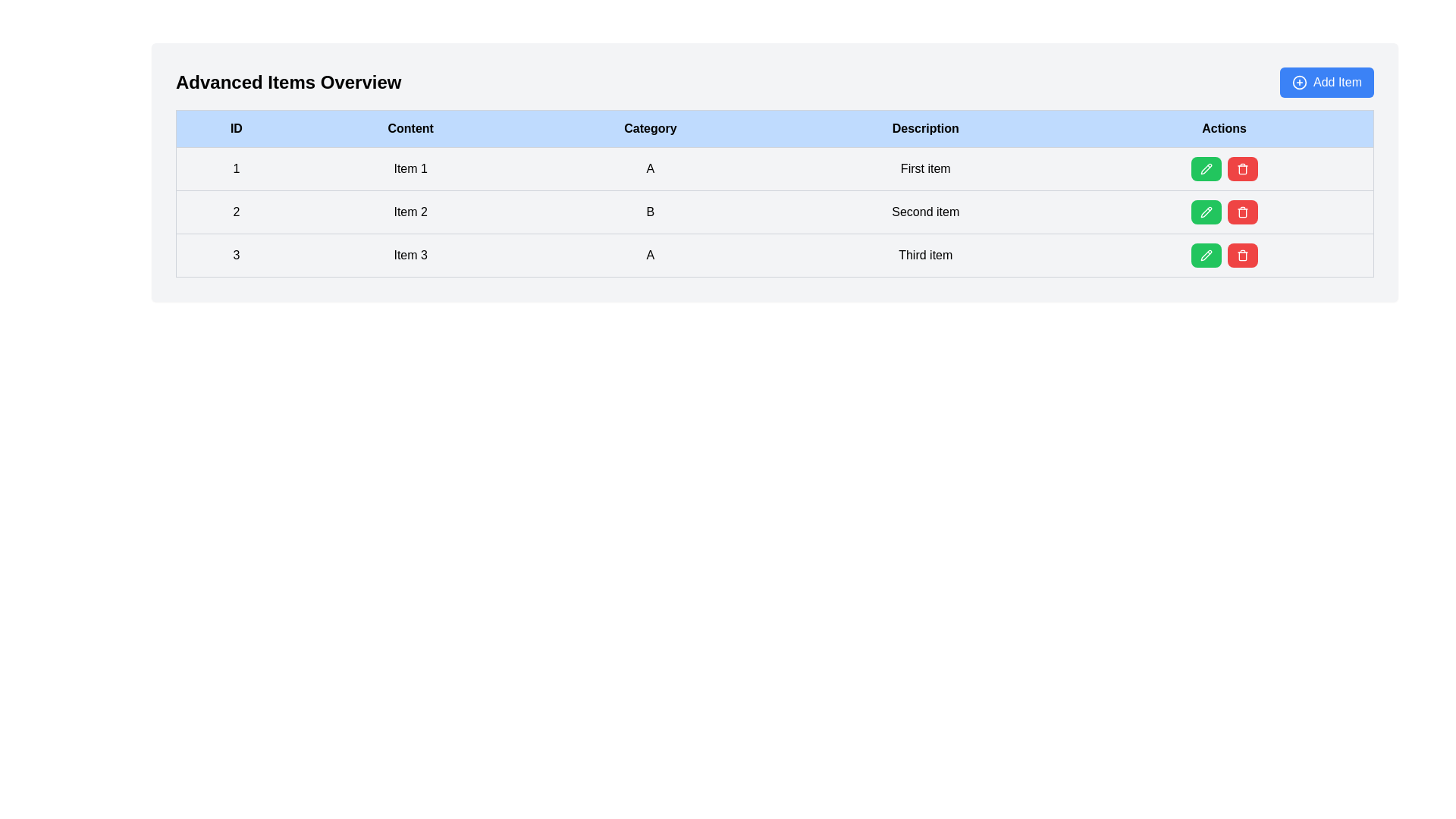 Image resolution: width=1456 pixels, height=819 pixels. I want to click on text content of the cell containing the character 'A' in the third row under the 'Category' column of the table, so click(650, 254).